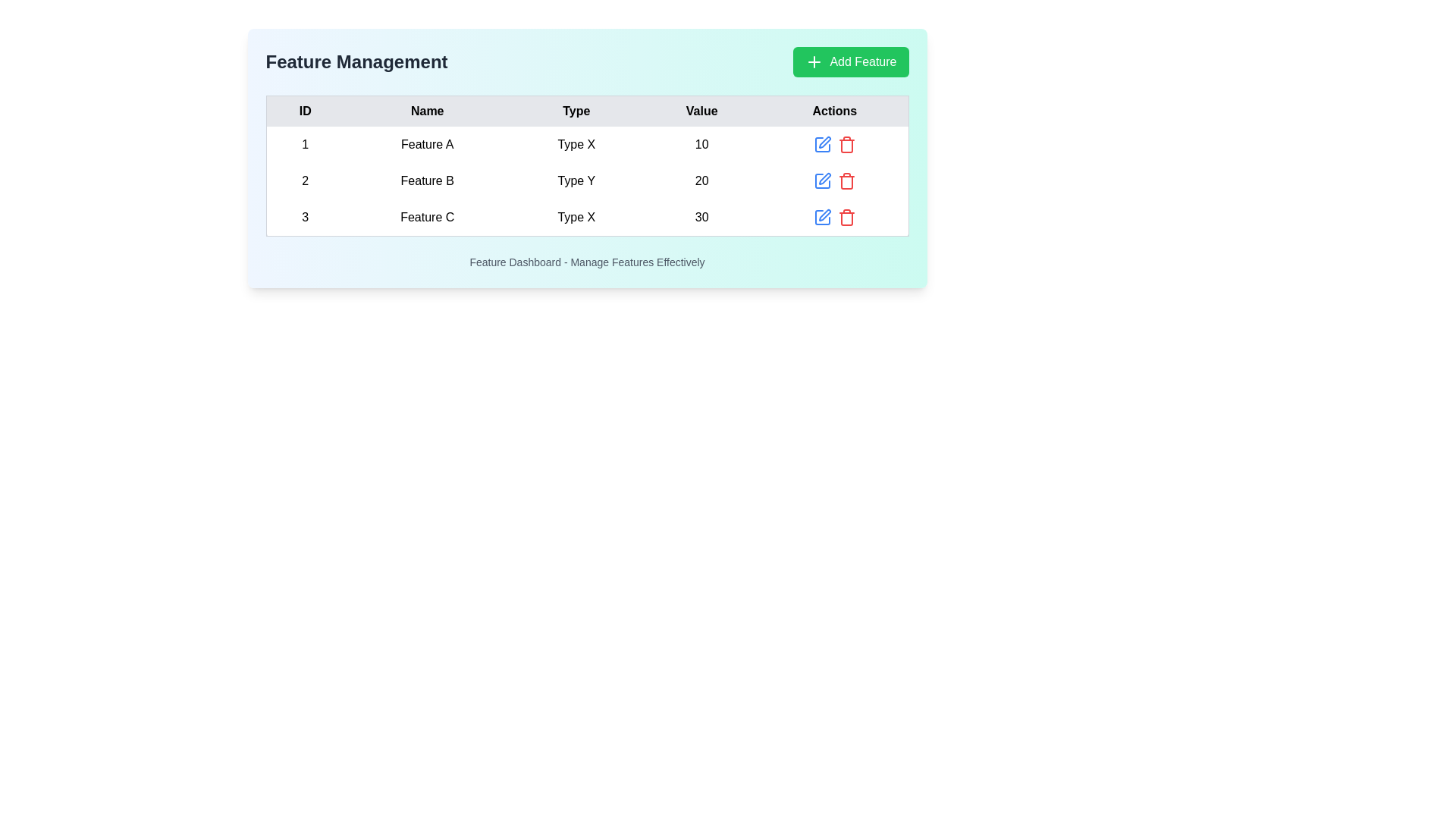 Image resolution: width=1456 pixels, height=819 pixels. Describe the element at coordinates (701, 110) in the screenshot. I see `the static text label 'Value' which is part of the header row in the table, located near the center-right portion of the table, displayed in bold black text against a light gray background` at that location.